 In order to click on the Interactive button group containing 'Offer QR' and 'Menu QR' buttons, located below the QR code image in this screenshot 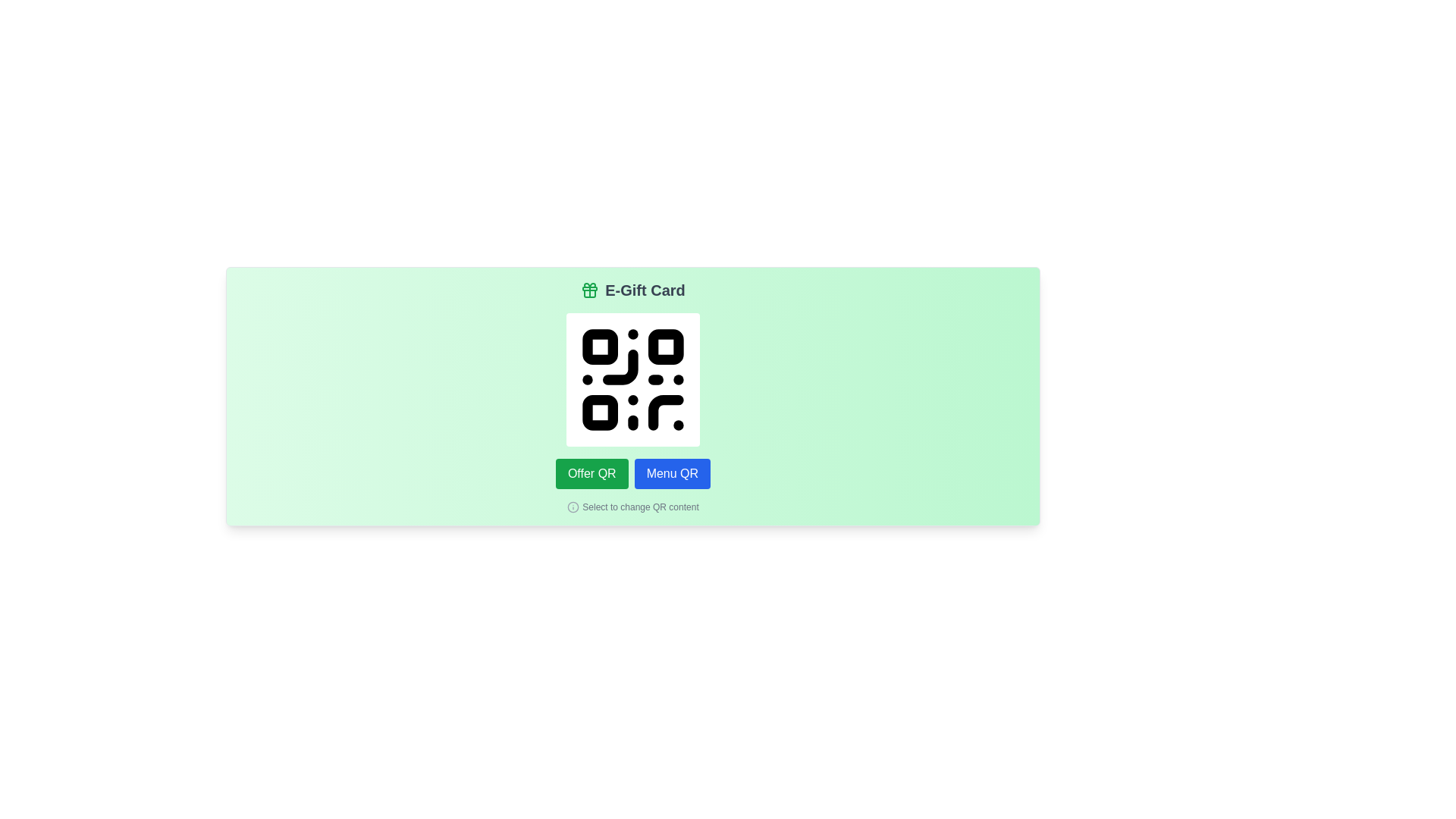, I will do `click(633, 472)`.